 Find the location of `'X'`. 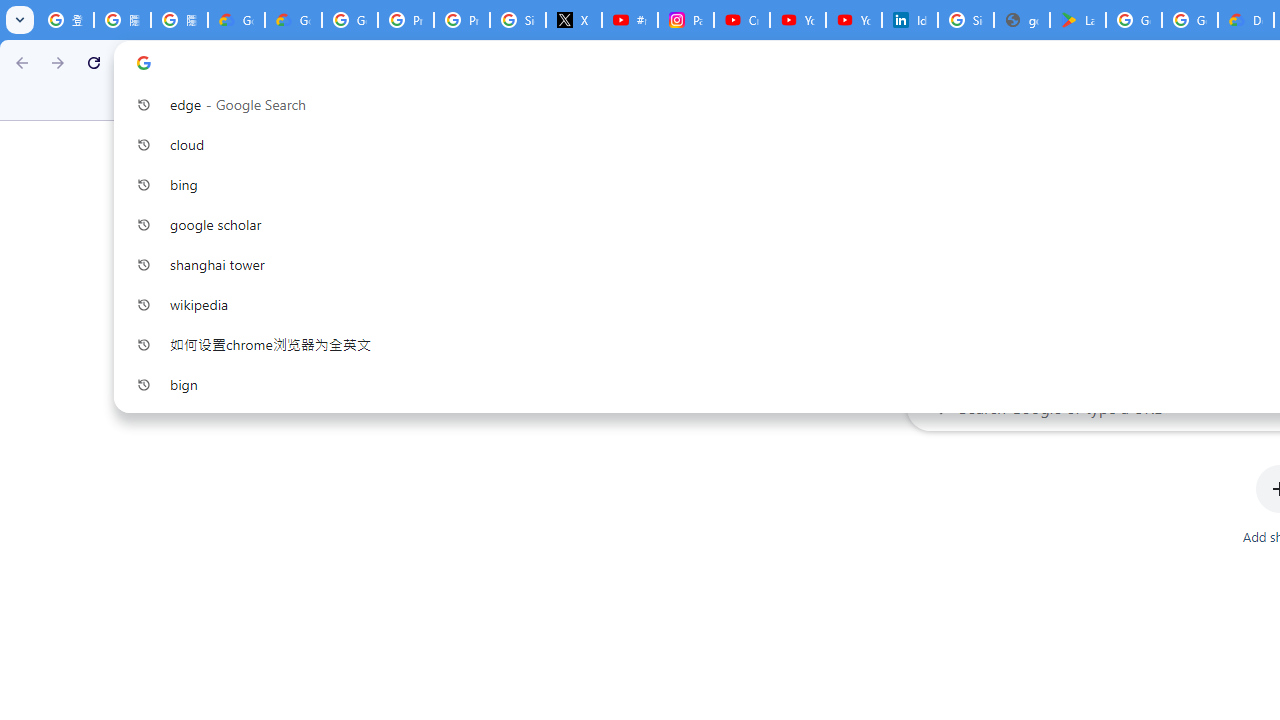

'X' is located at coordinates (573, 20).